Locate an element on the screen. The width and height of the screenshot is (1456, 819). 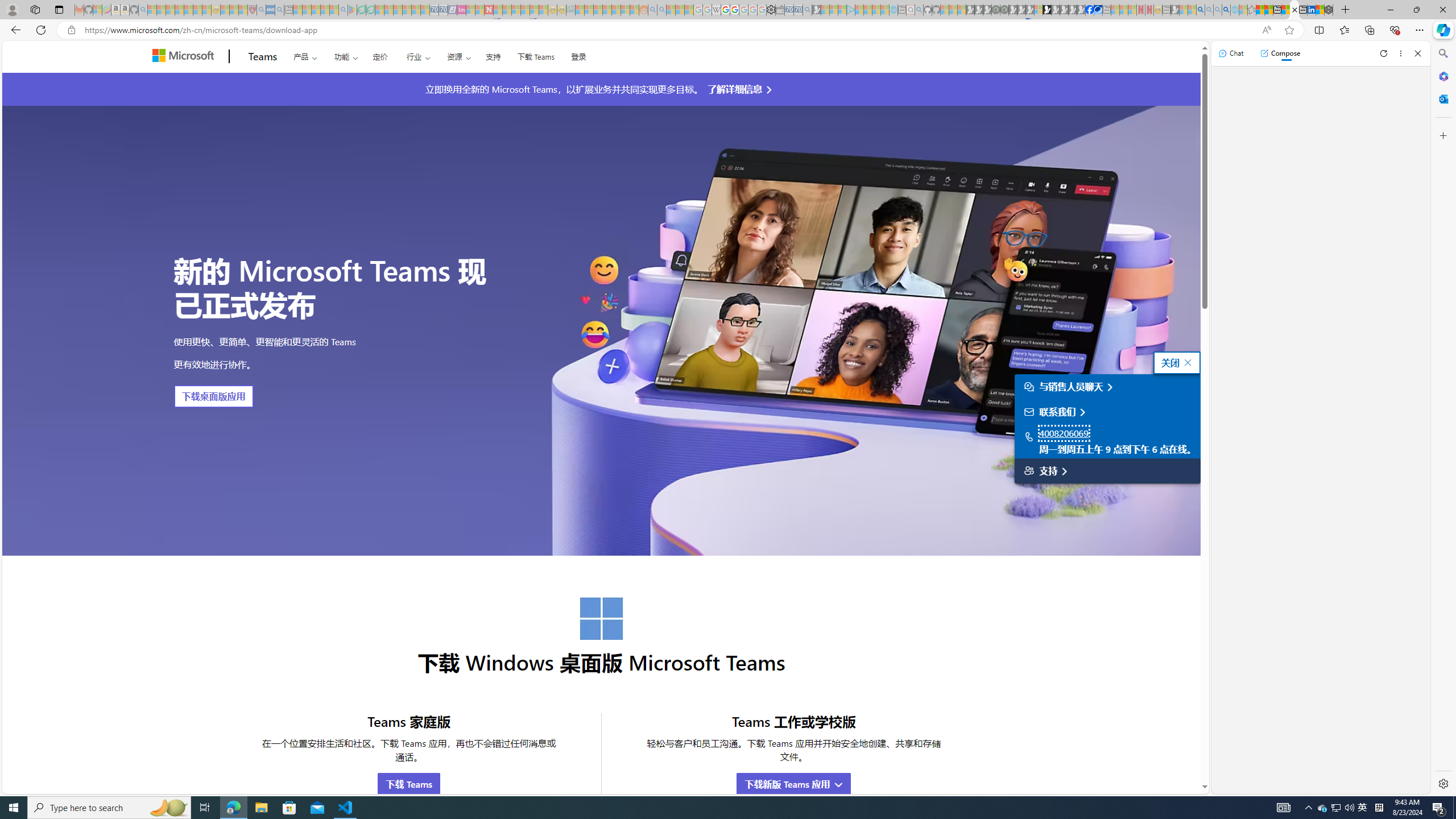
'Wallet - Sleeping' is located at coordinates (779, 9).